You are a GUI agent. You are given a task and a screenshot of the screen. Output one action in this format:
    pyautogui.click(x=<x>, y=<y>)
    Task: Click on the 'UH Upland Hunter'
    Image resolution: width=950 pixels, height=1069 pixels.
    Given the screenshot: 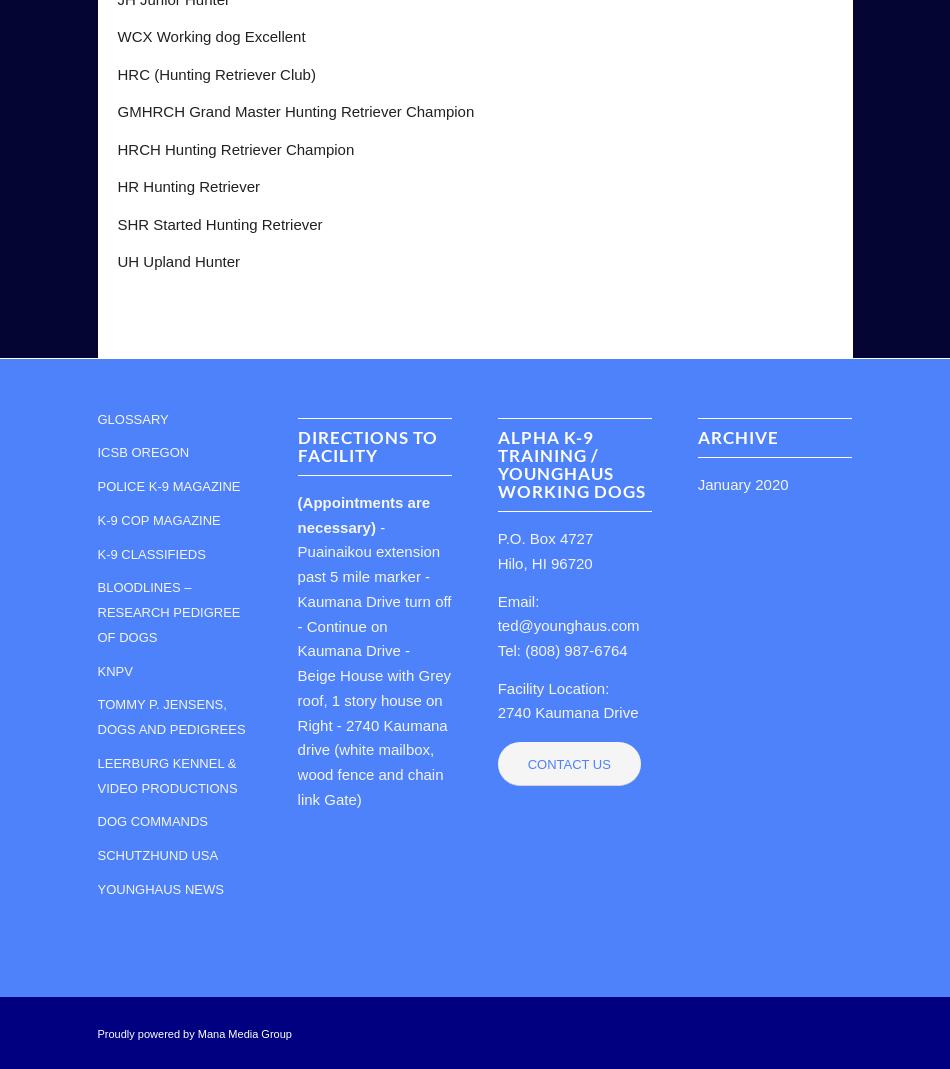 What is the action you would take?
    pyautogui.click(x=178, y=260)
    